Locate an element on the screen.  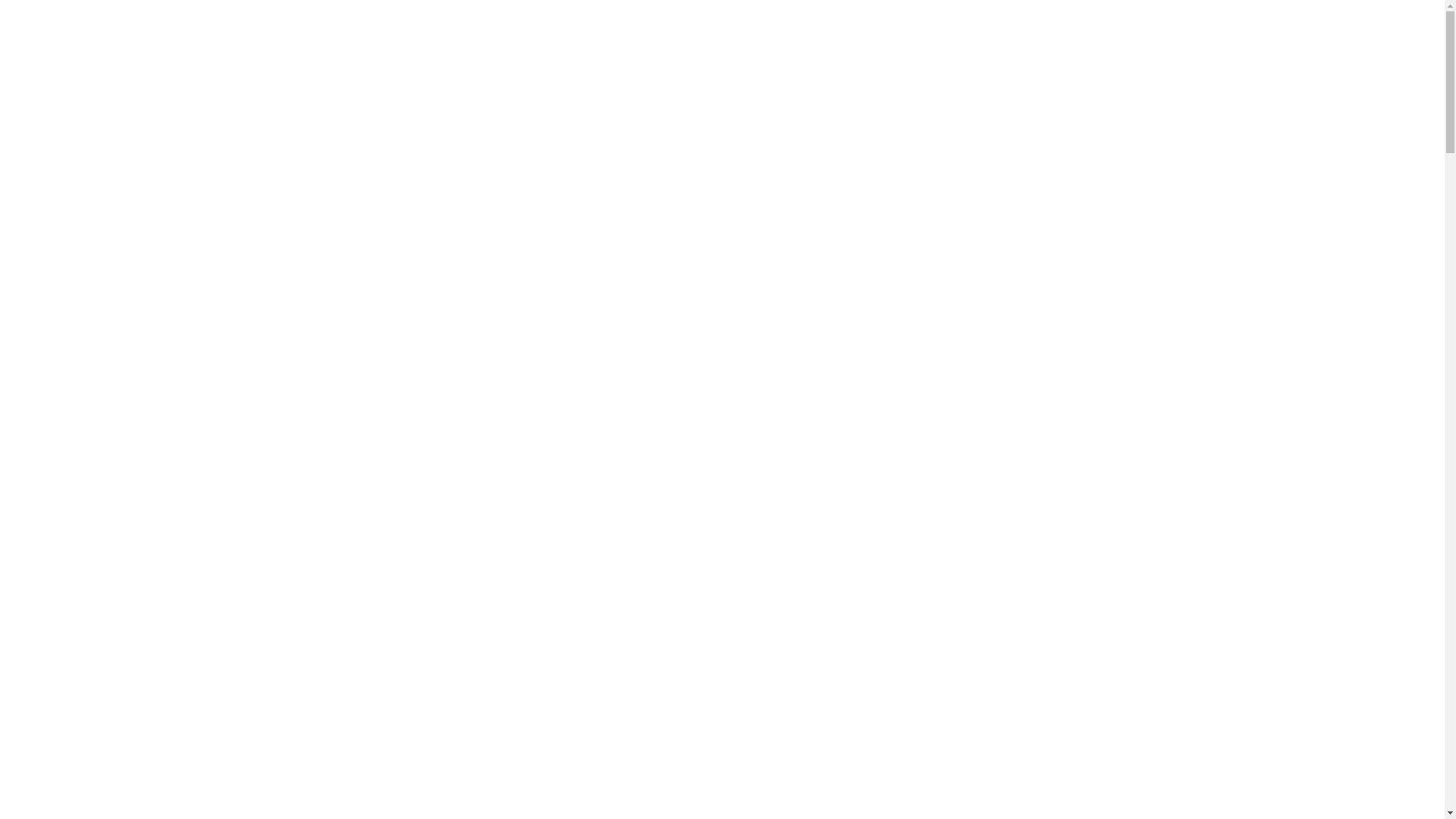
'WHOLESALE' is located at coordinates (967, 28).